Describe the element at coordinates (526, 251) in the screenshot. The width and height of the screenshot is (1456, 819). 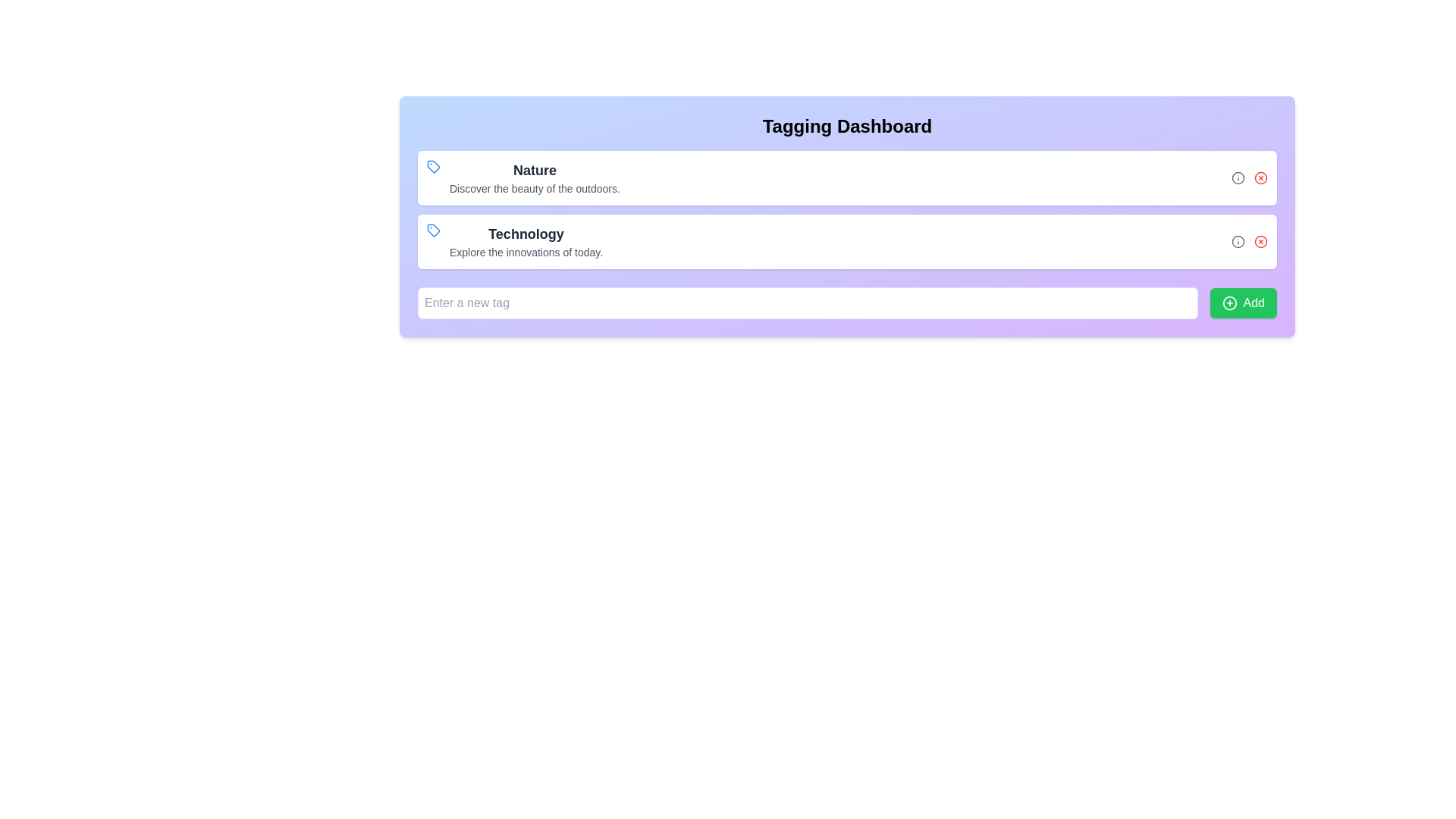
I see `the descriptive text element positioned directly underneath the 'Technology' header` at that location.